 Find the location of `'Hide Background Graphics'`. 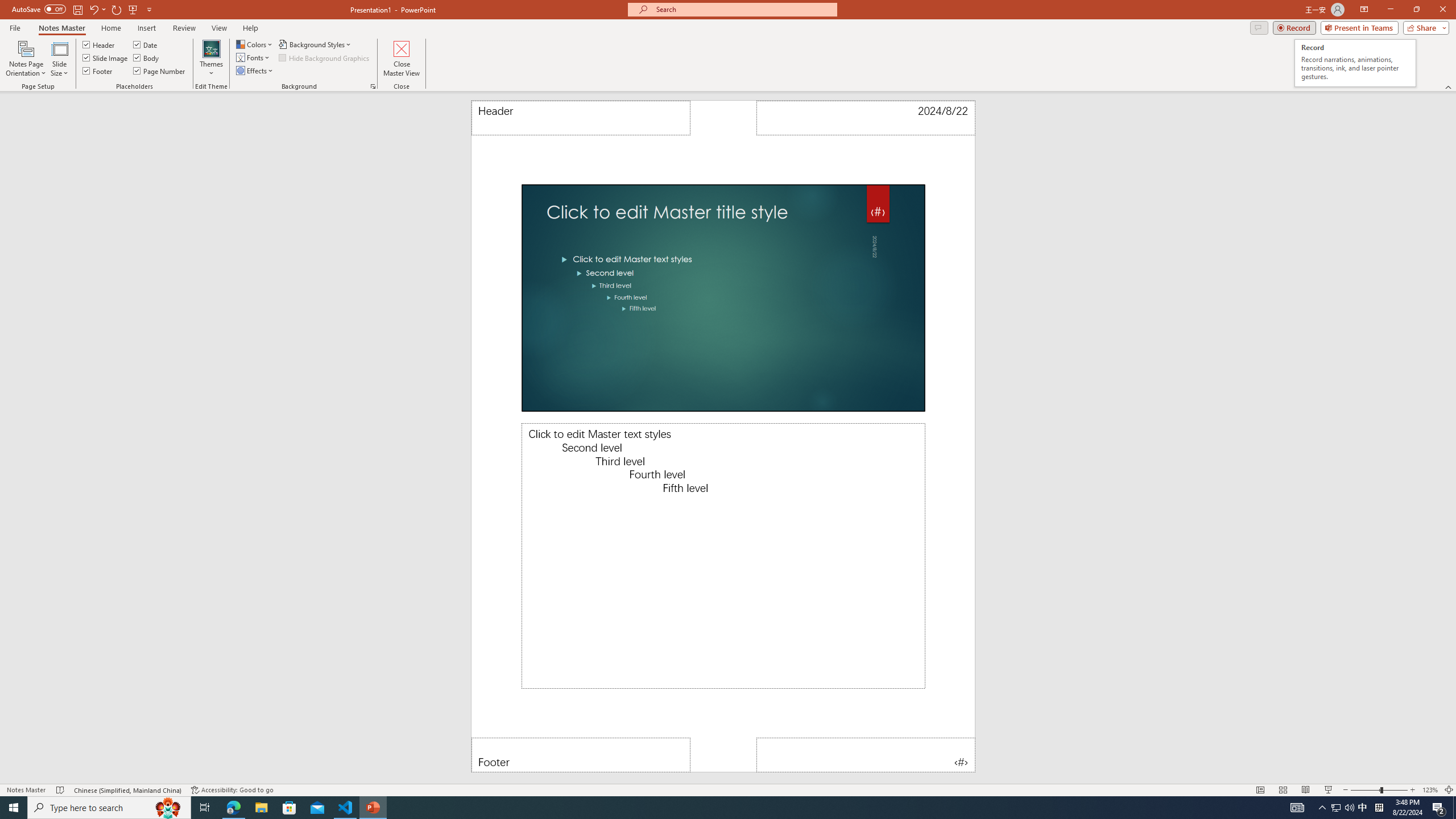

'Hide Background Graphics' is located at coordinates (324, 56).